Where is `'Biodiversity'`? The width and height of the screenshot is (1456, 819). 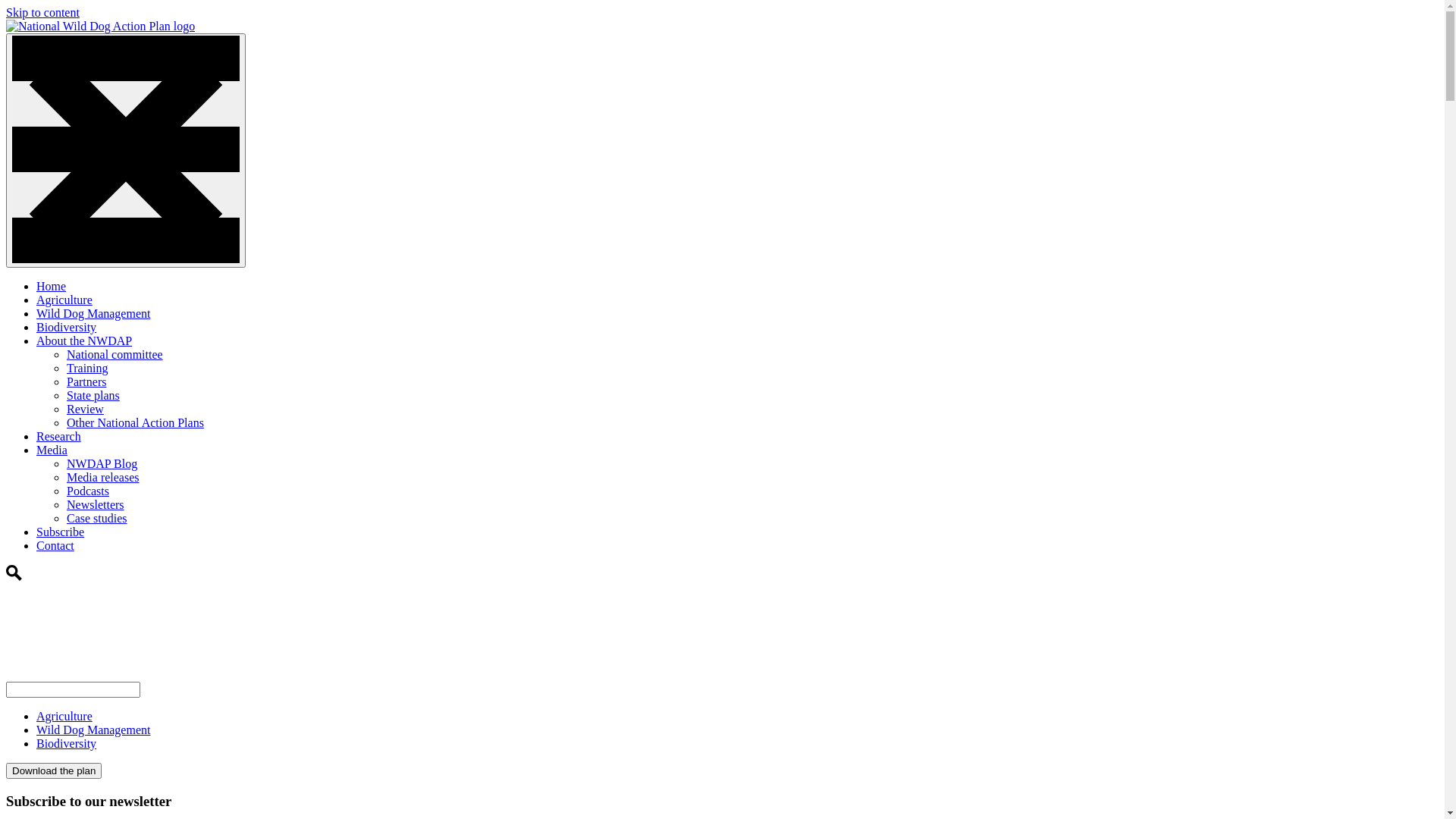 'Biodiversity' is located at coordinates (65, 326).